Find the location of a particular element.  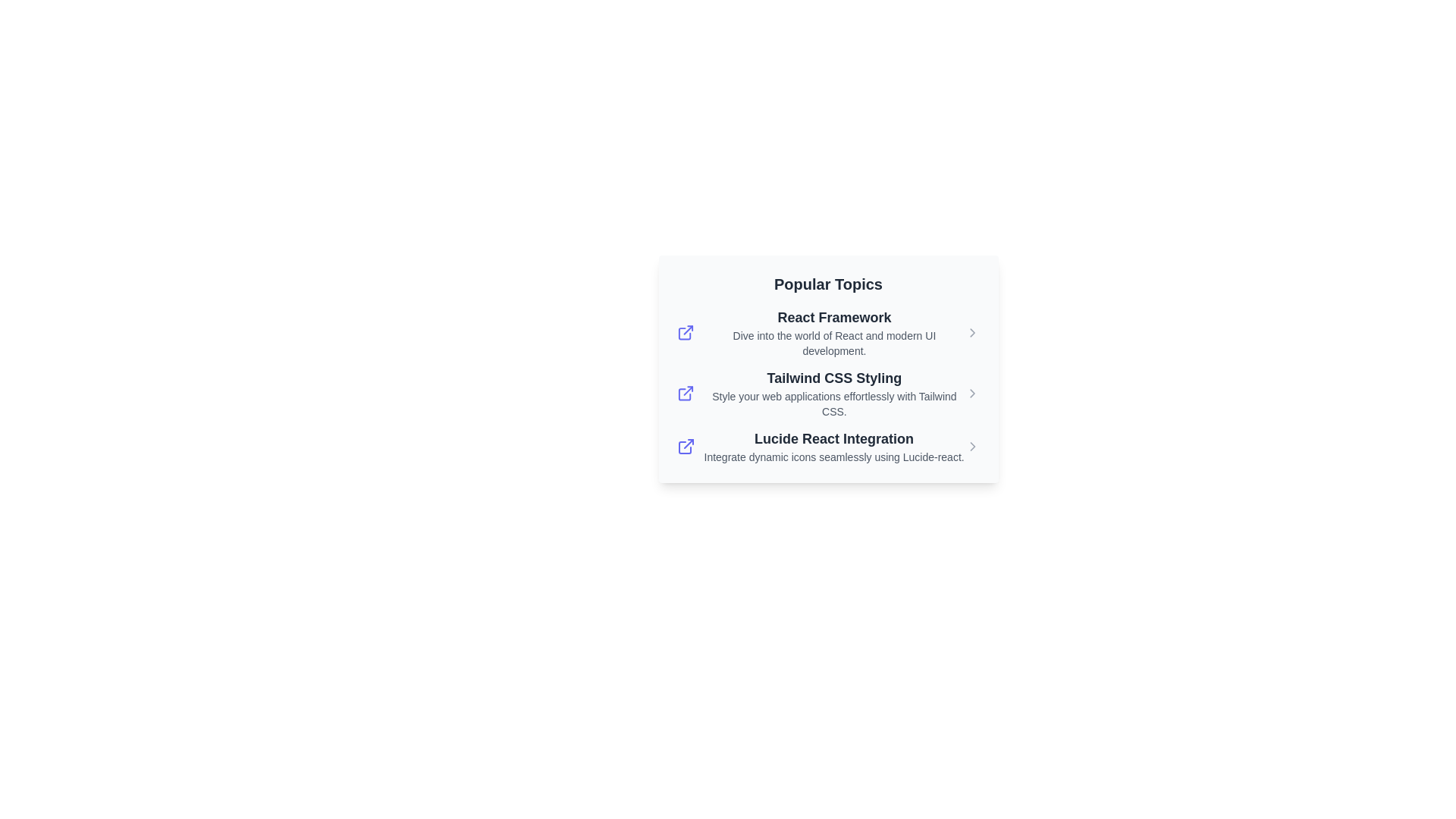

the text label stating 'Integrate dynamic icons seamlessly using Lucide-react.' which is styled in small, gray text and positioned below the 'Popular Topics' section in the 'Lucide React Integration' grouping is located at coordinates (833, 456).